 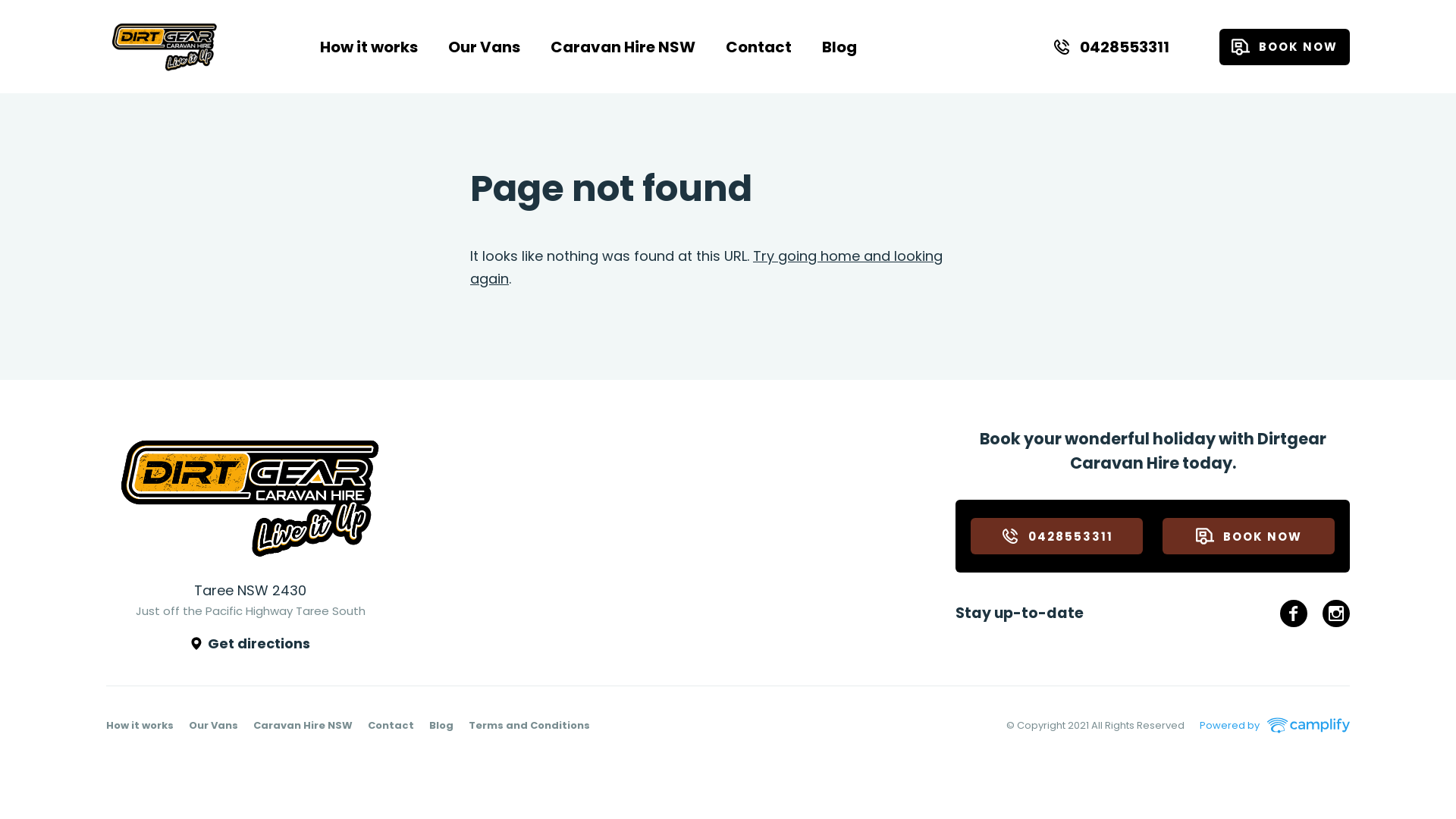 What do you see at coordinates (483, 45) in the screenshot?
I see `'Our Vans'` at bounding box center [483, 45].